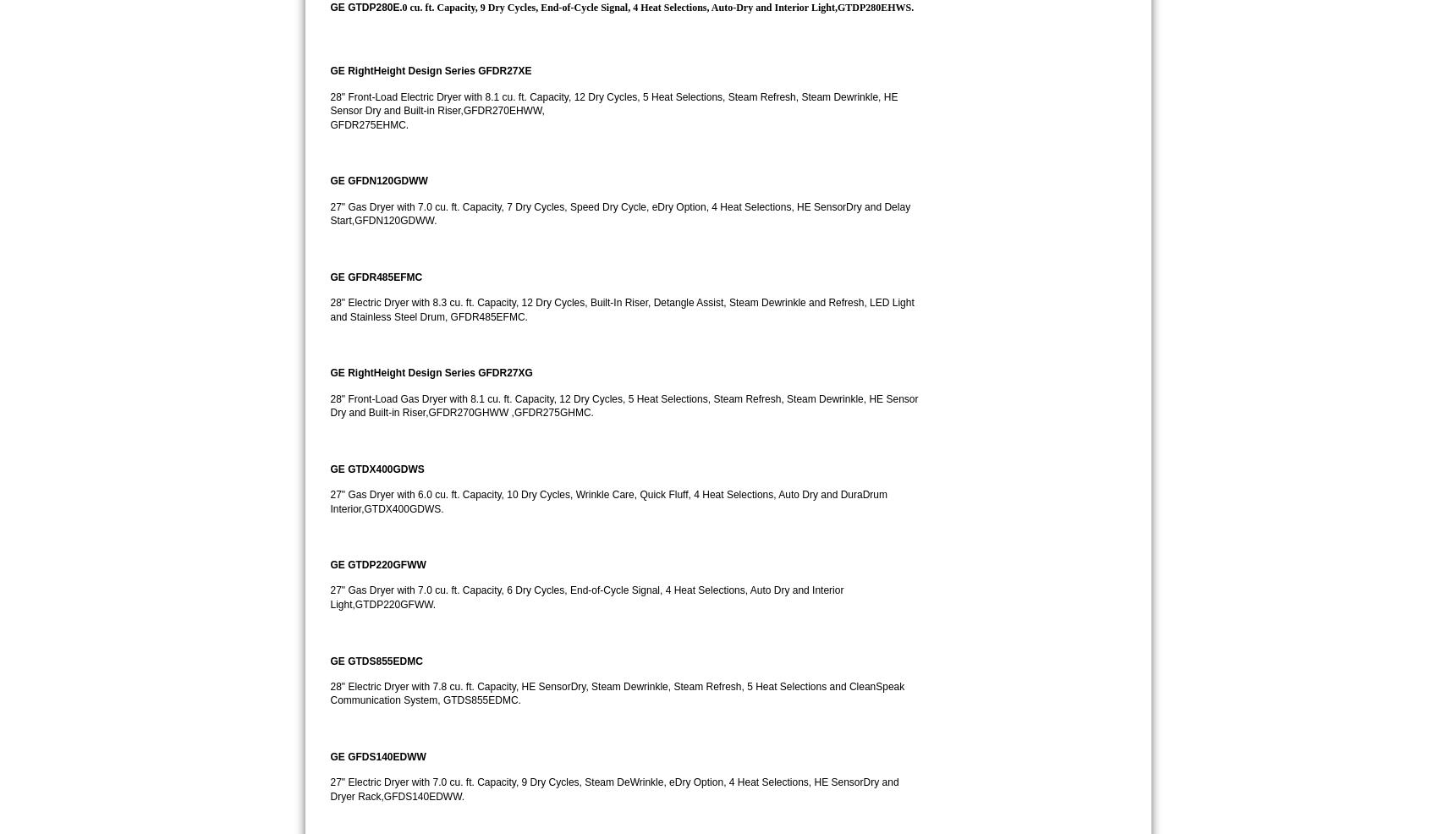 This screenshot has height=834, width=1456. Describe the element at coordinates (1083, 120) in the screenshot. I see `'92177'` at that location.